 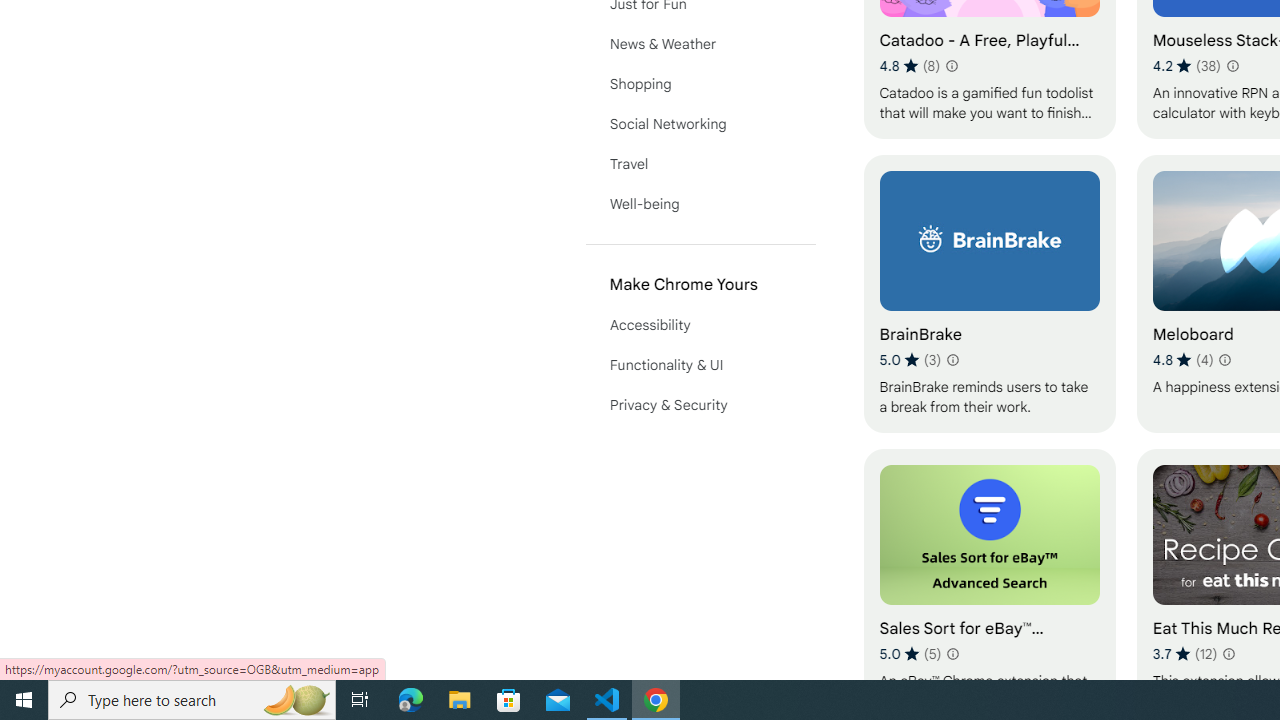 What do you see at coordinates (700, 82) in the screenshot?
I see `'Shopping'` at bounding box center [700, 82].